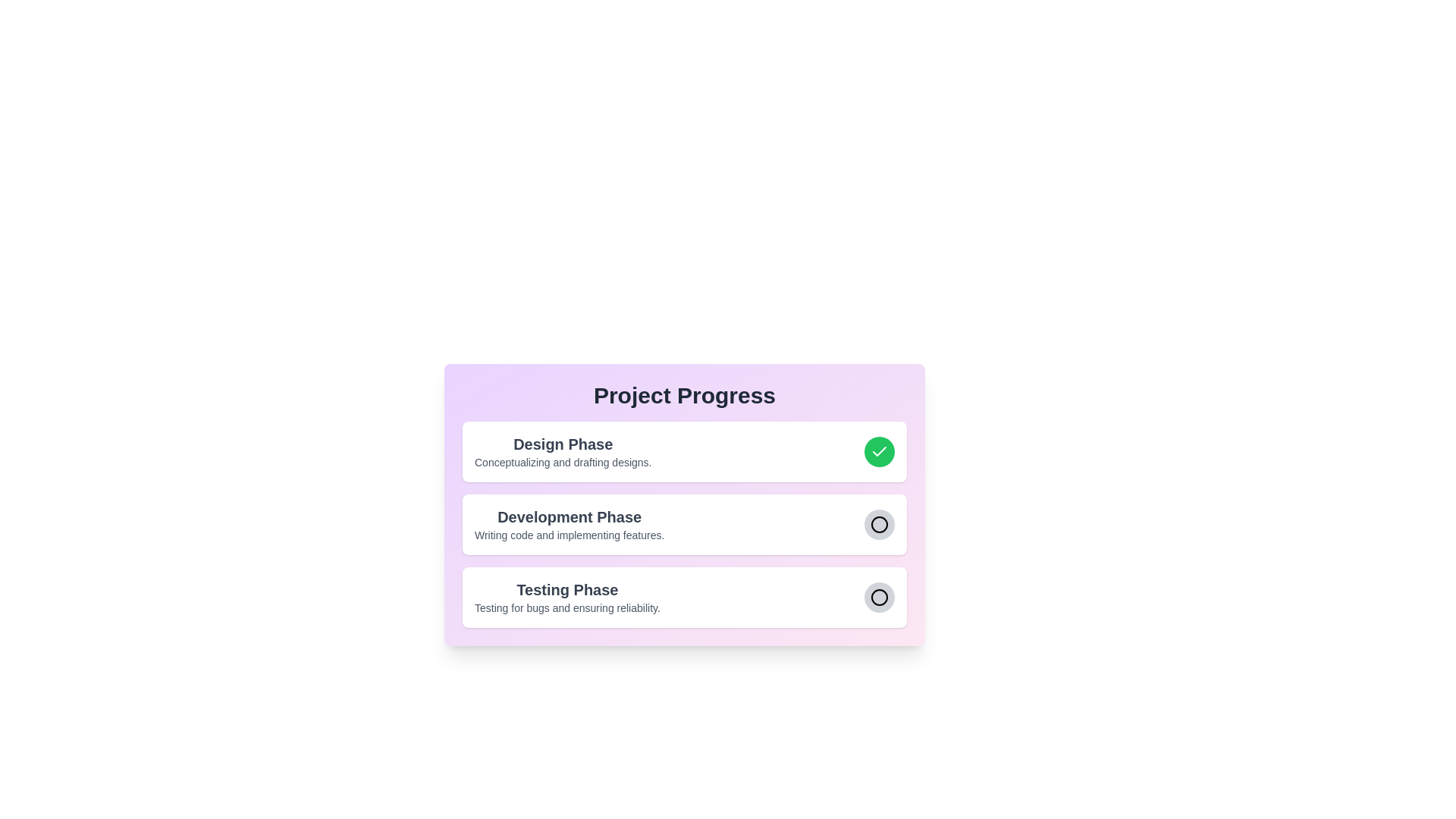 The height and width of the screenshot is (819, 1456). I want to click on the circular button with a gray background and a black border located next to the progress phase text in the 'Project Progress' section, so click(880, 596).